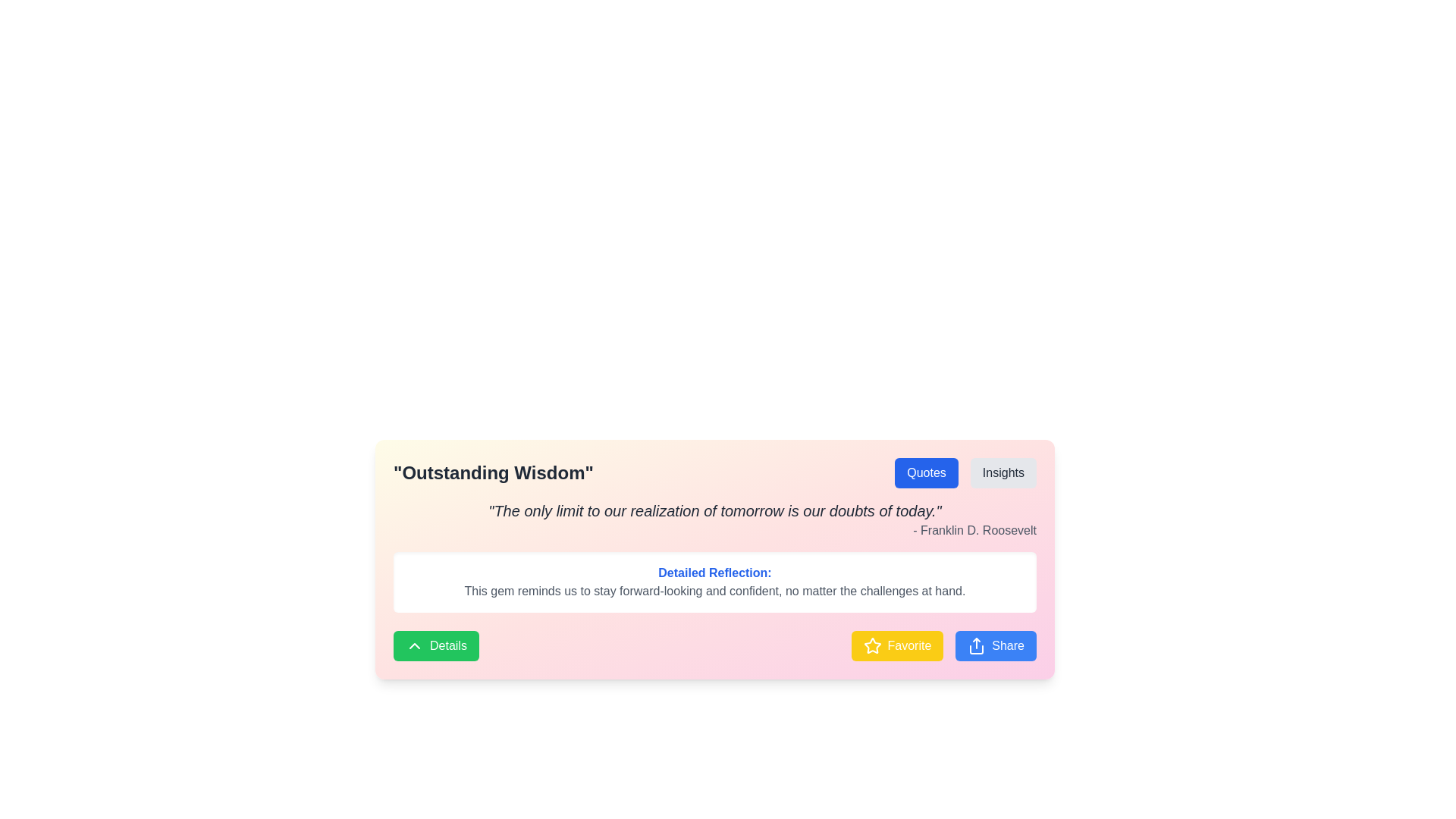 This screenshot has height=819, width=1456. Describe the element at coordinates (714, 590) in the screenshot. I see `text element that states 'This gem reminds us to stay forward-looking and confident, no matter the challenges at hand.' which is located beneath the 'Detailed Reflection:' heading in a gray font` at that location.